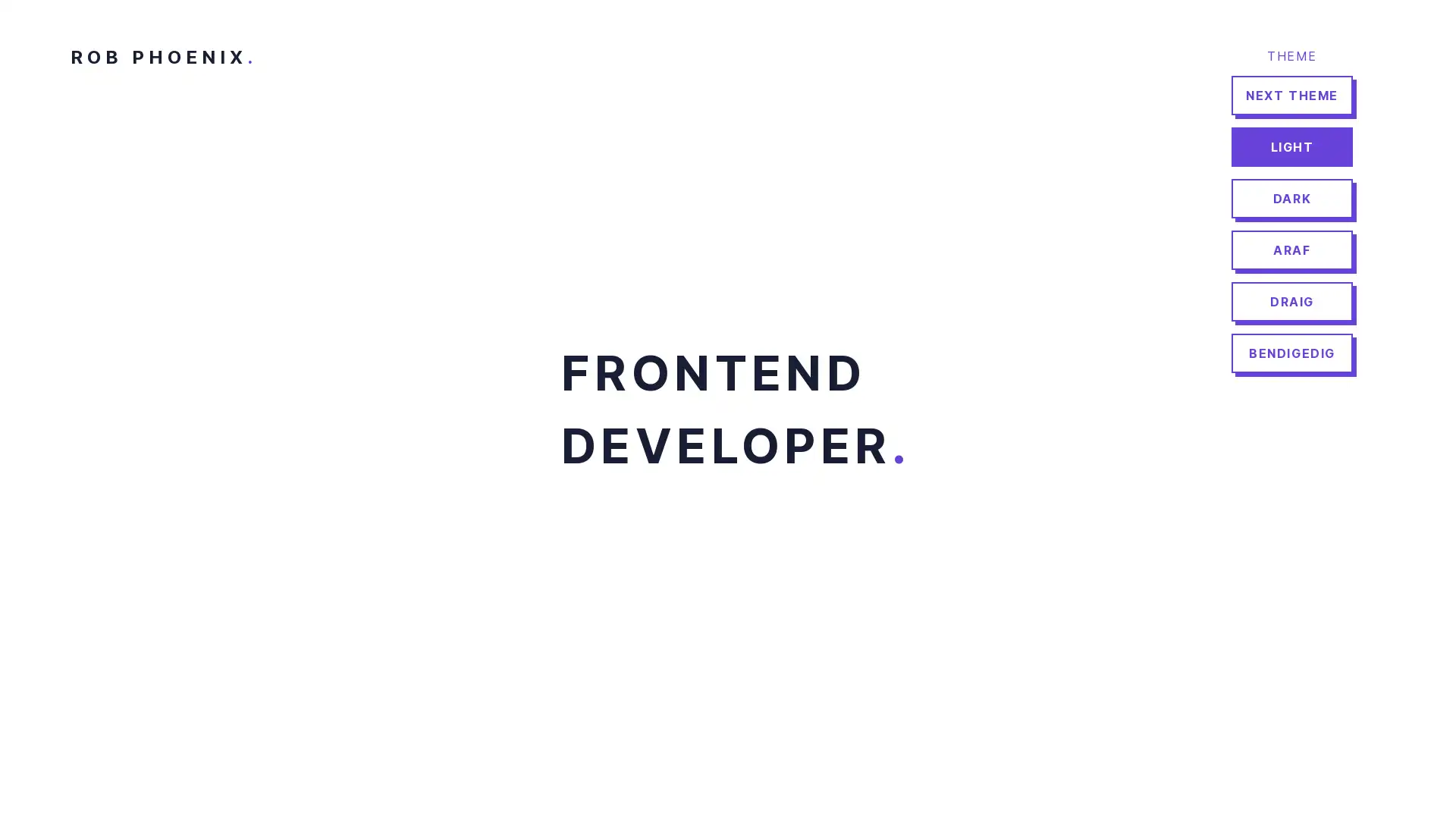 The height and width of the screenshot is (819, 1456). I want to click on NEXT THEME, so click(1291, 96).